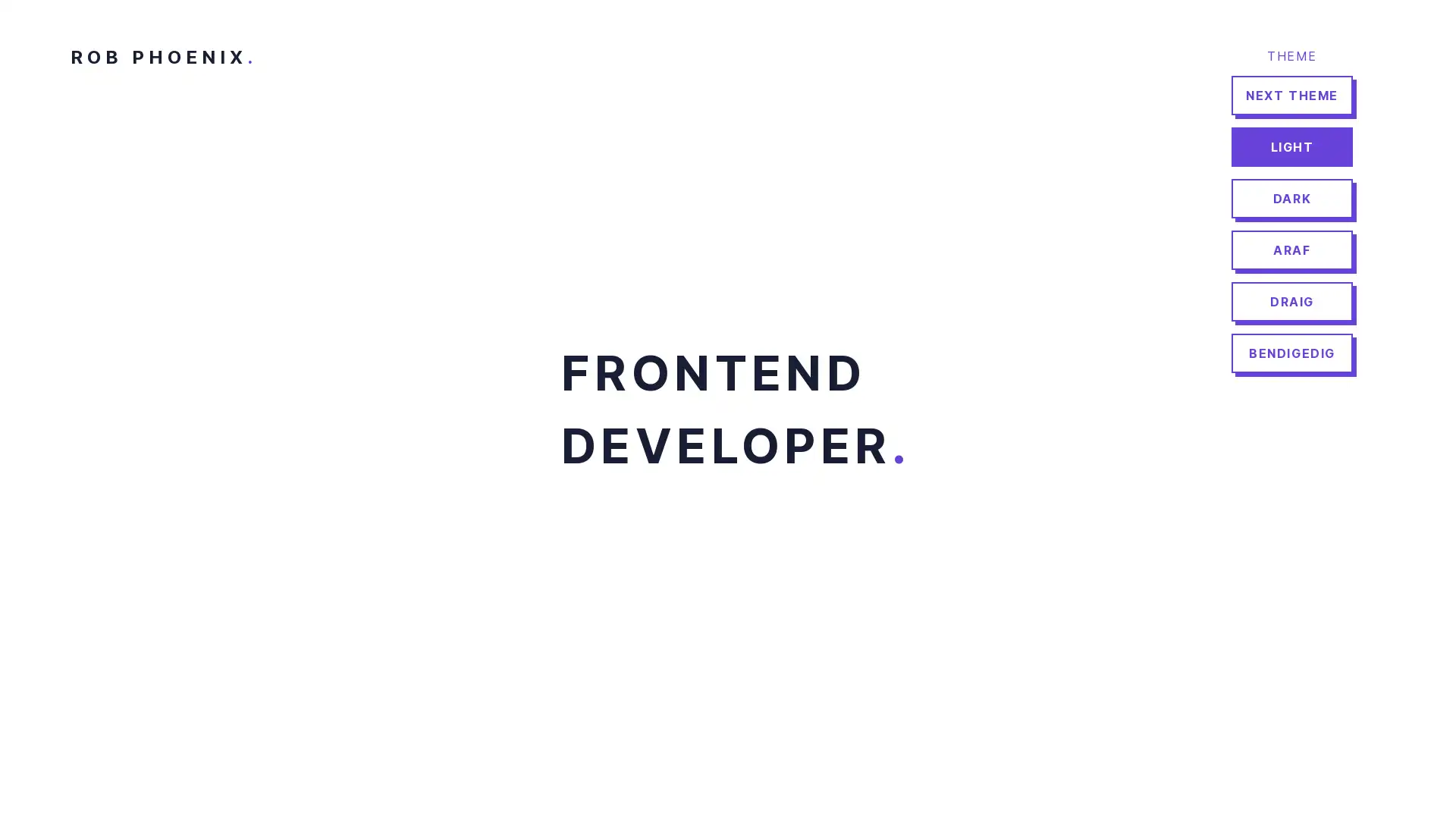 The height and width of the screenshot is (819, 1456). I want to click on NEXT THEME, so click(1291, 96).